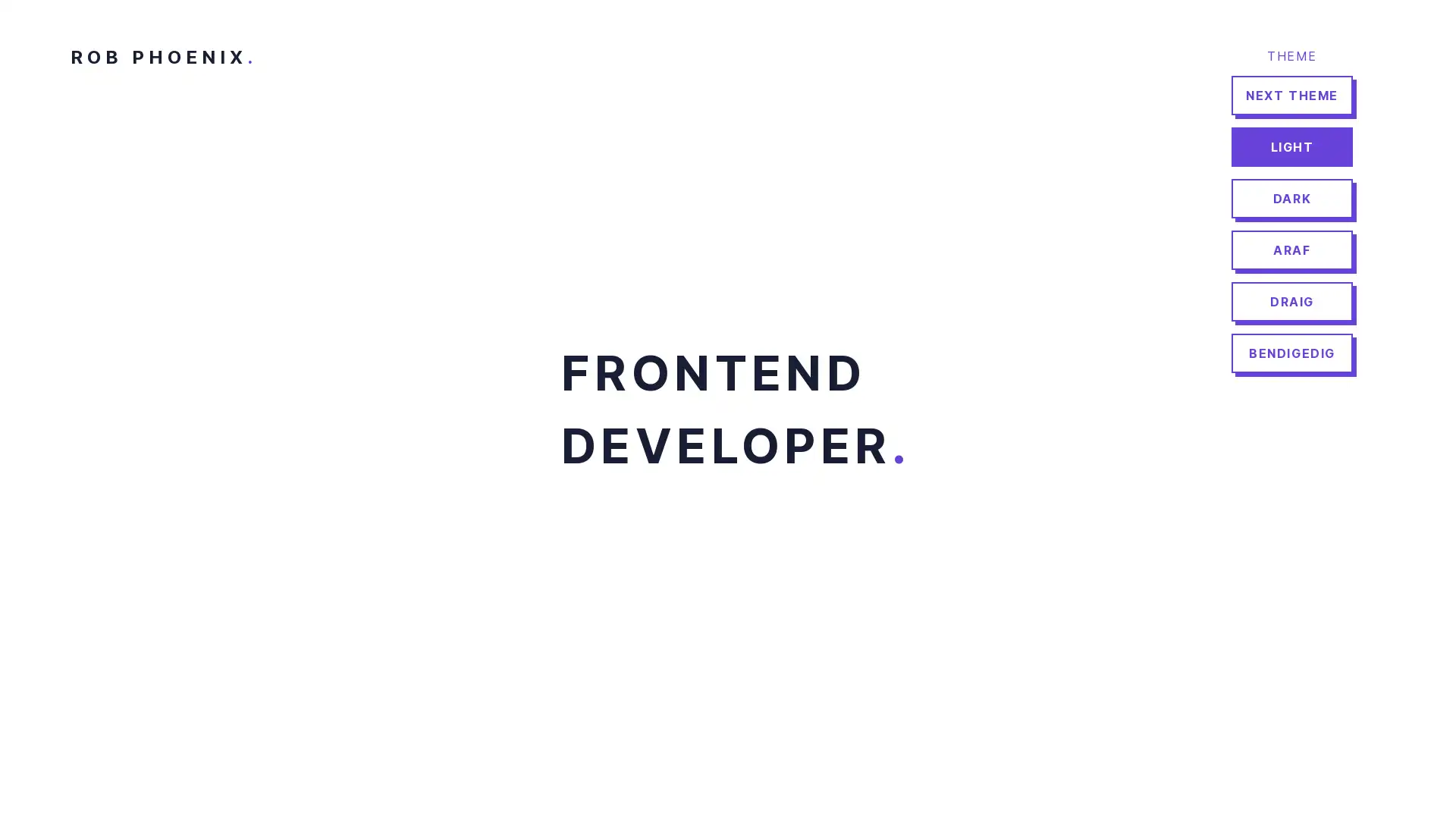 The height and width of the screenshot is (819, 1456). I want to click on NEXT THEME, so click(1291, 96).